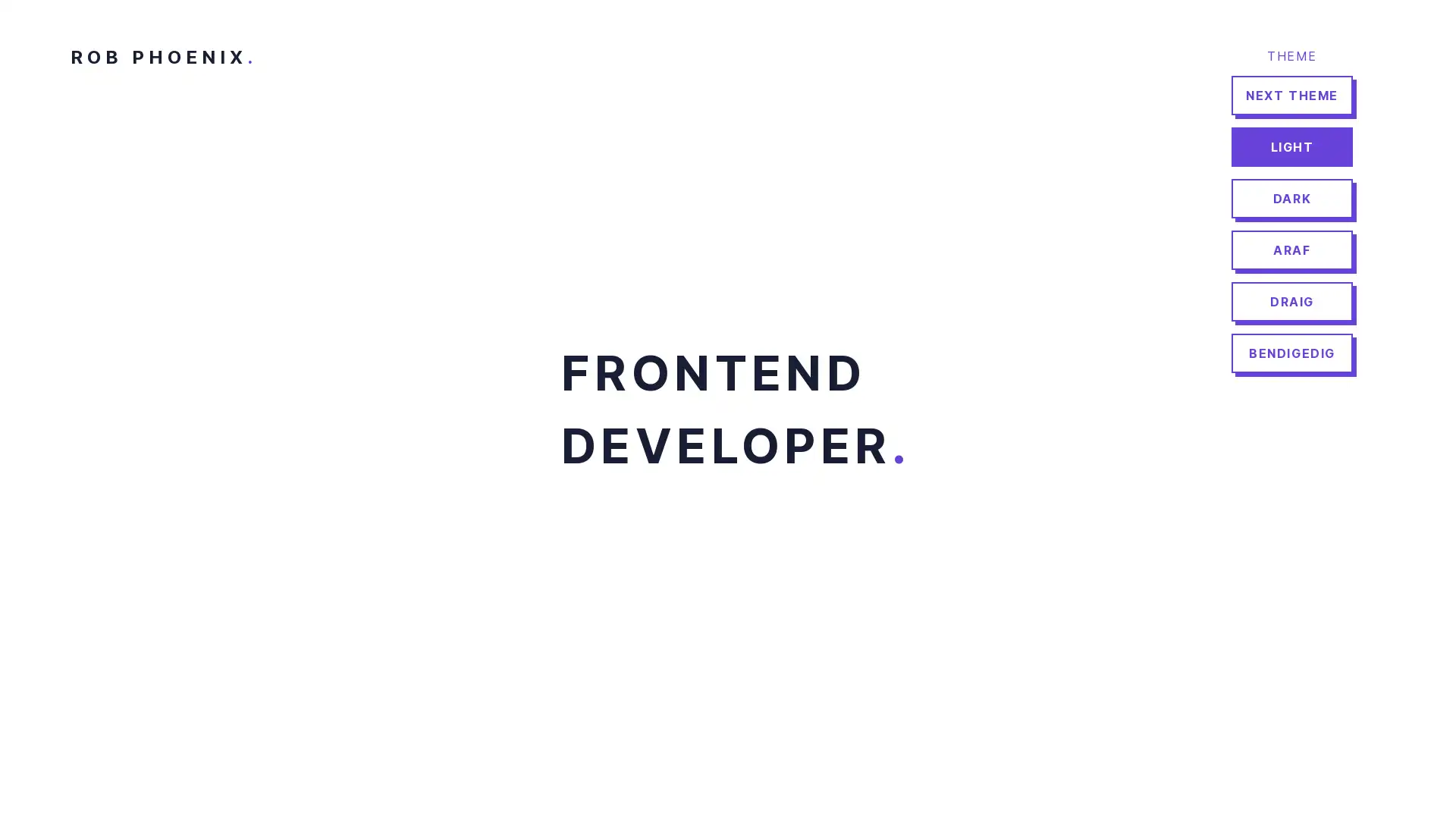 The height and width of the screenshot is (819, 1456). I want to click on NEXT THEME, so click(1291, 96).